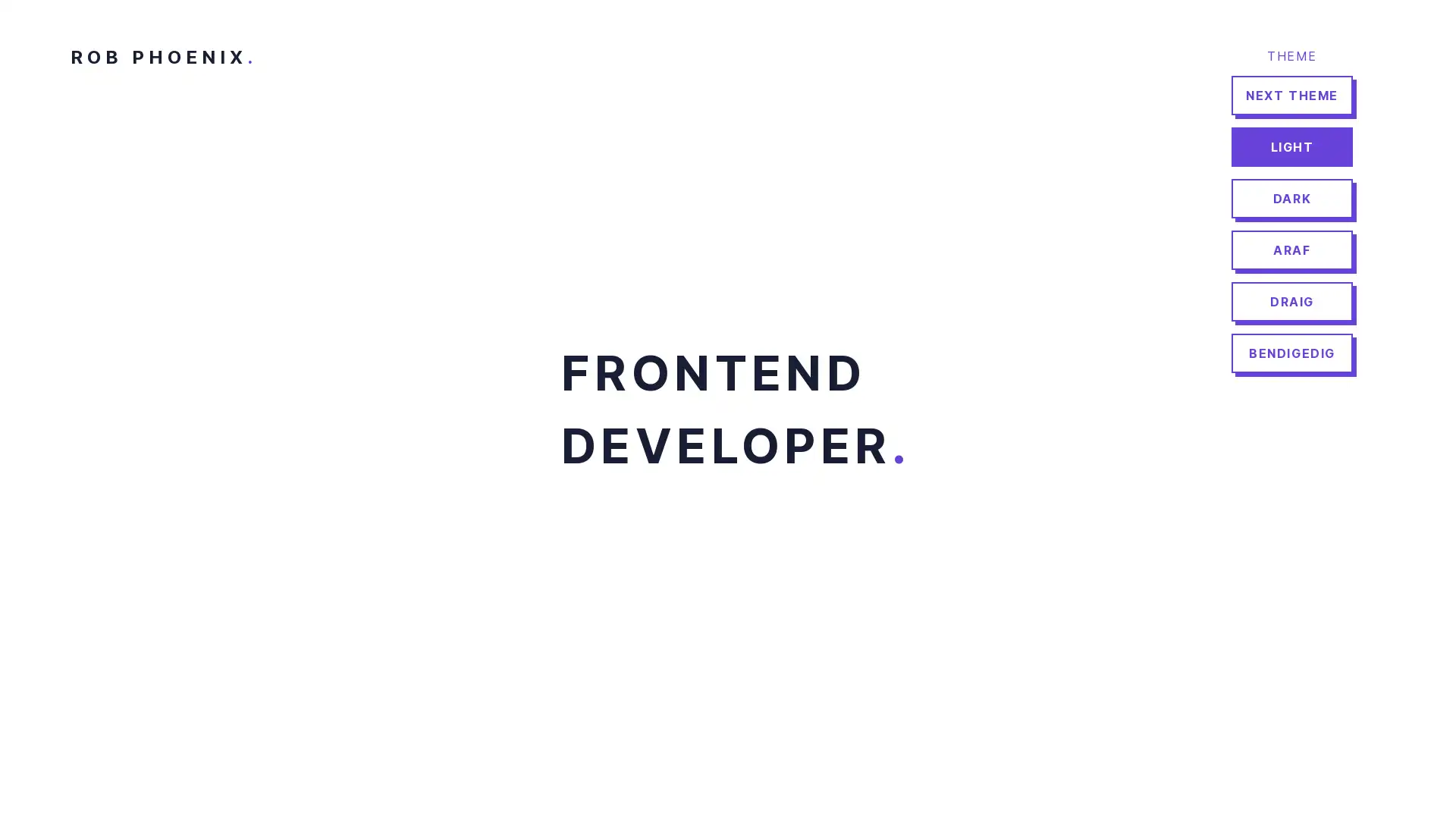 The height and width of the screenshot is (819, 1456). I want to click on NEXT THEME, so click(1291, 96).